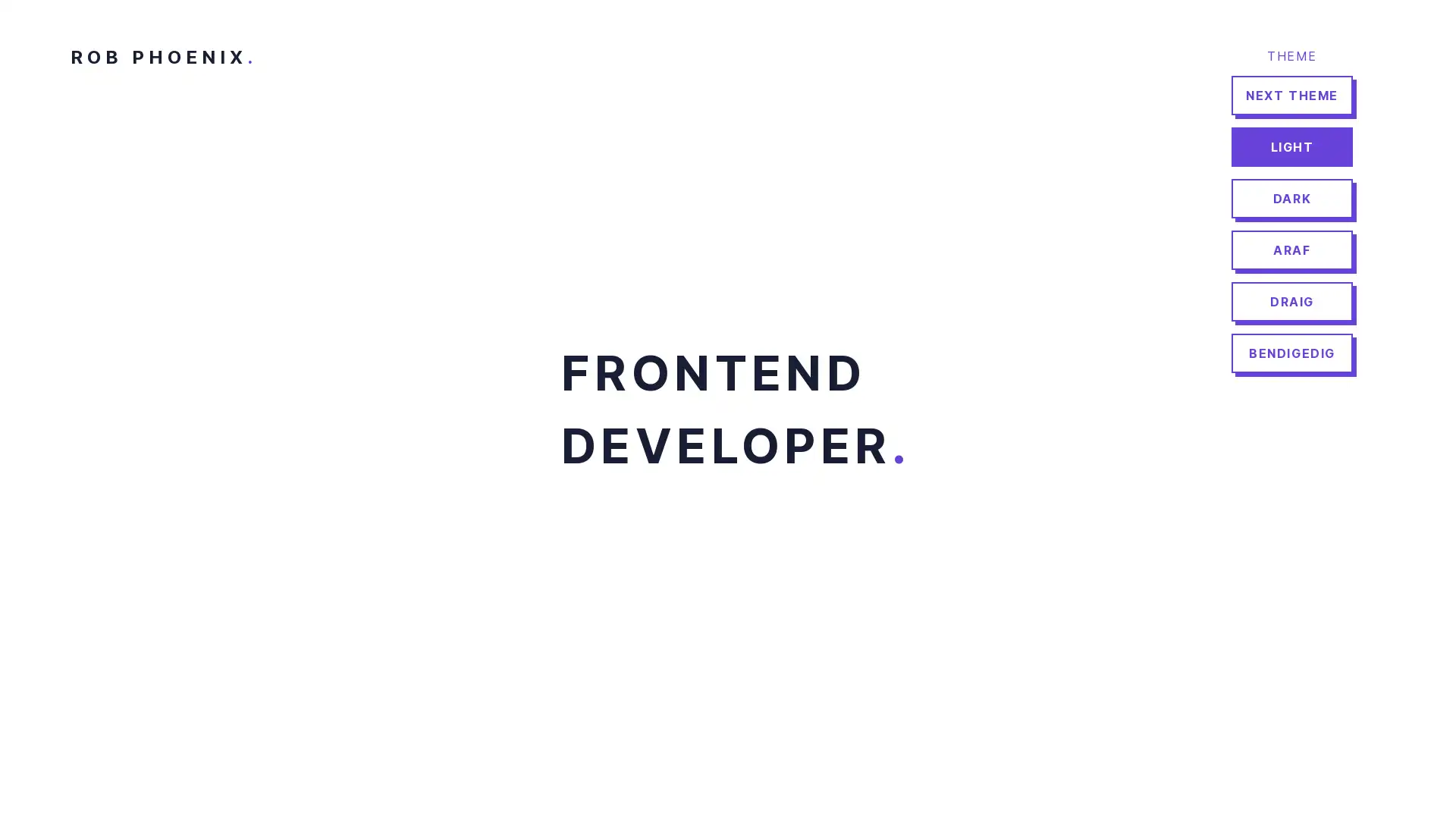 The height and width of the screenshot is (819, 1456). I want to click on NEXT THEME, so click(1291, 96).